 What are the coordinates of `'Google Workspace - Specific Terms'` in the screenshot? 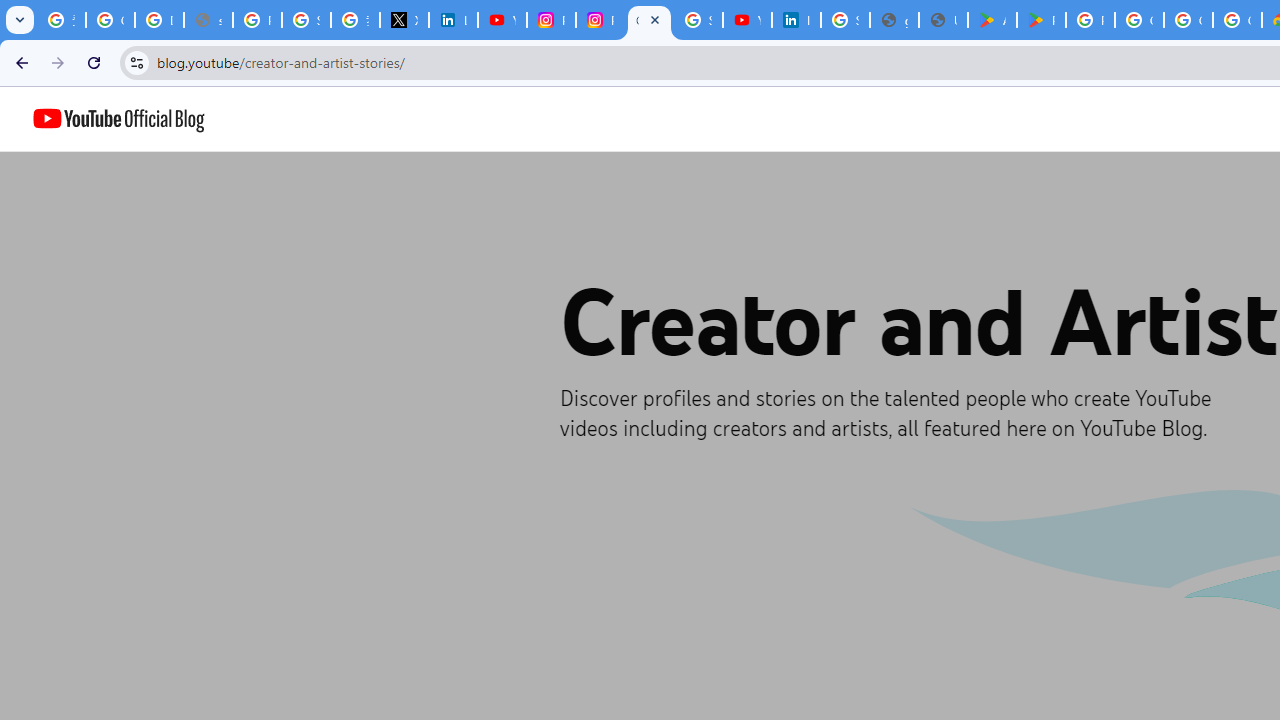 It's located at (1188, 20).